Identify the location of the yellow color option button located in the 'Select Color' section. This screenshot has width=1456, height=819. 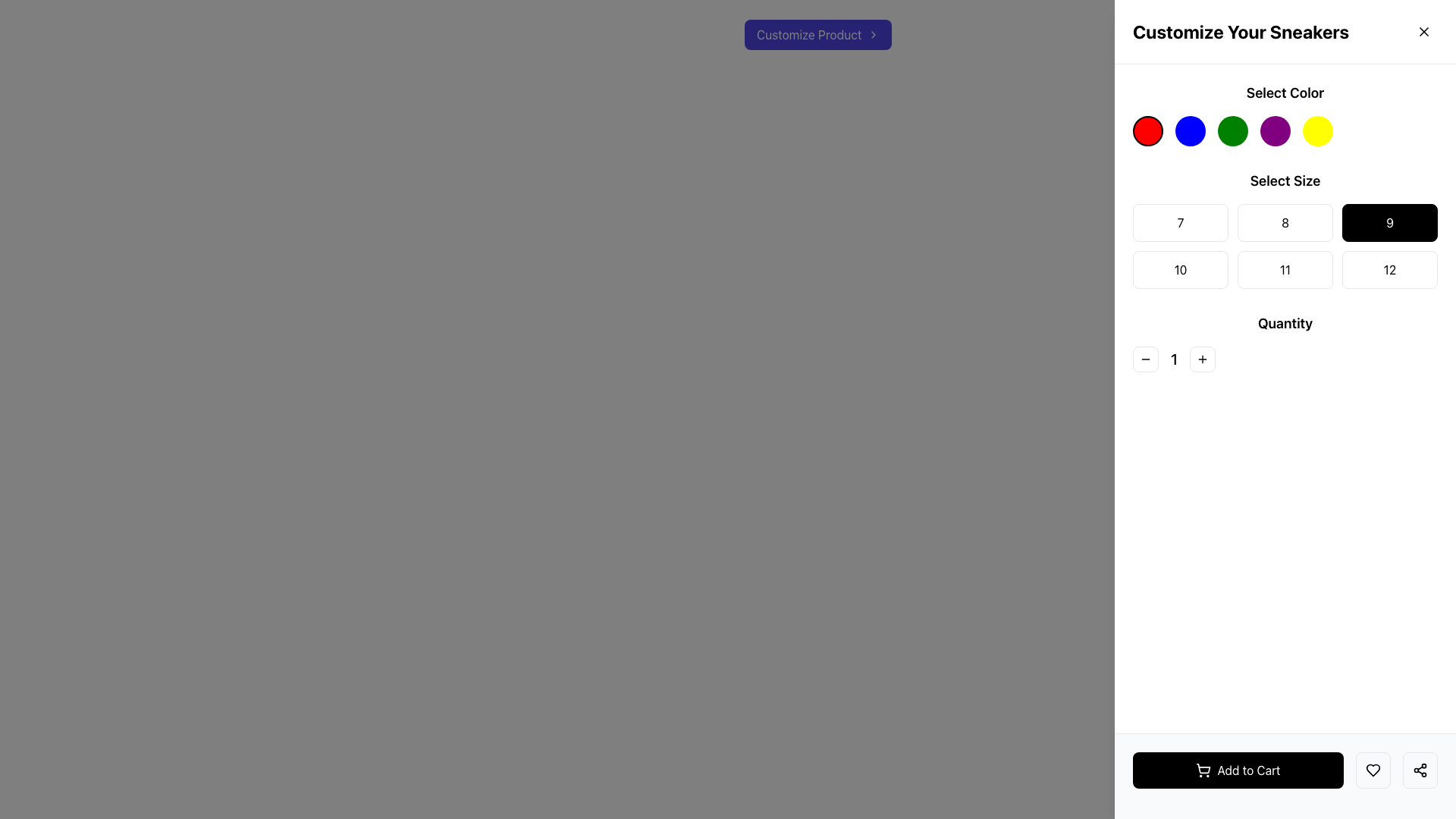
(1316, 130).